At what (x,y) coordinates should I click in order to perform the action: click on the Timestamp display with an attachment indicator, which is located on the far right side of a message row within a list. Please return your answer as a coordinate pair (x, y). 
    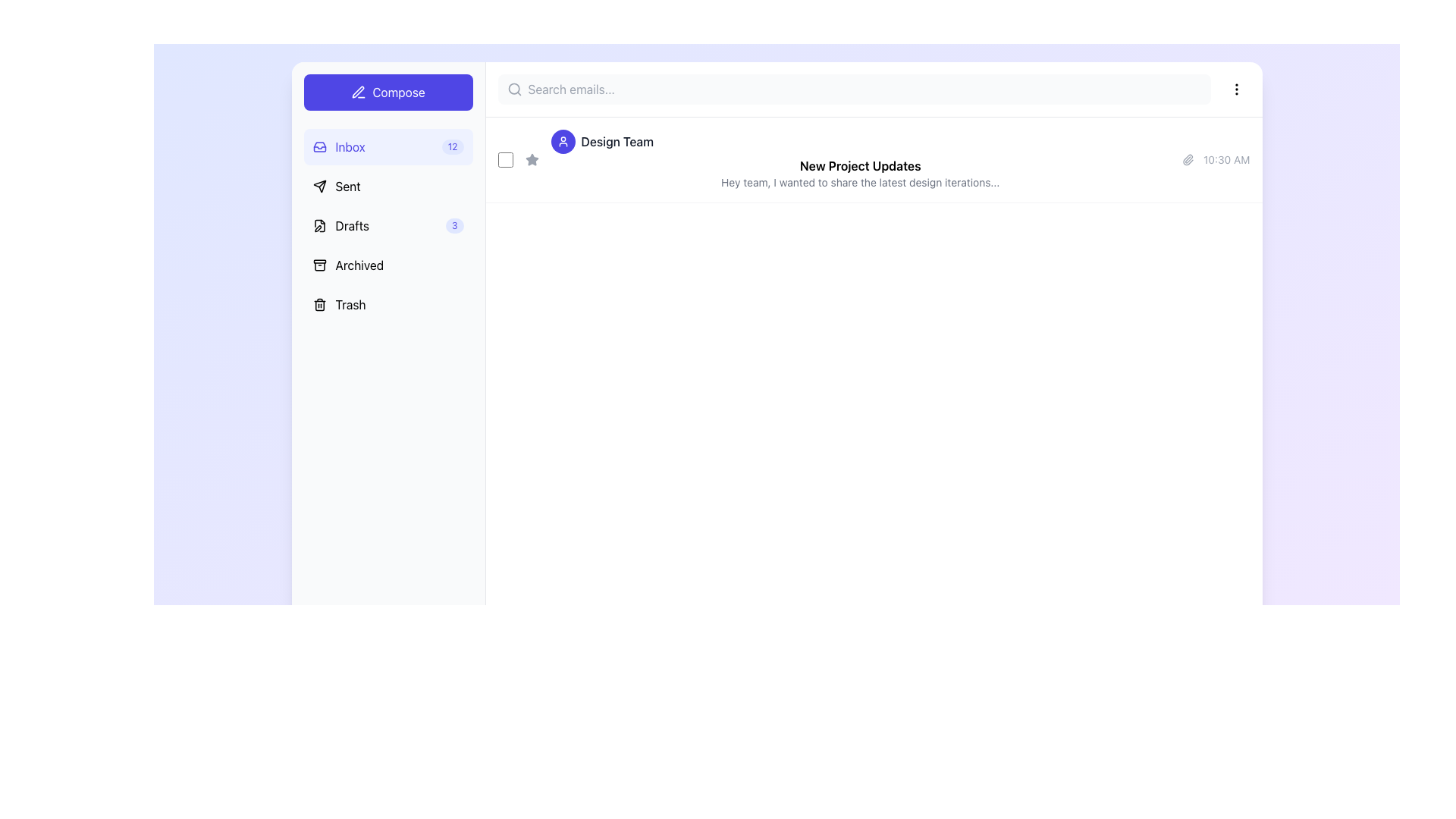
    Looking at the image, I should click on (1216, 160).